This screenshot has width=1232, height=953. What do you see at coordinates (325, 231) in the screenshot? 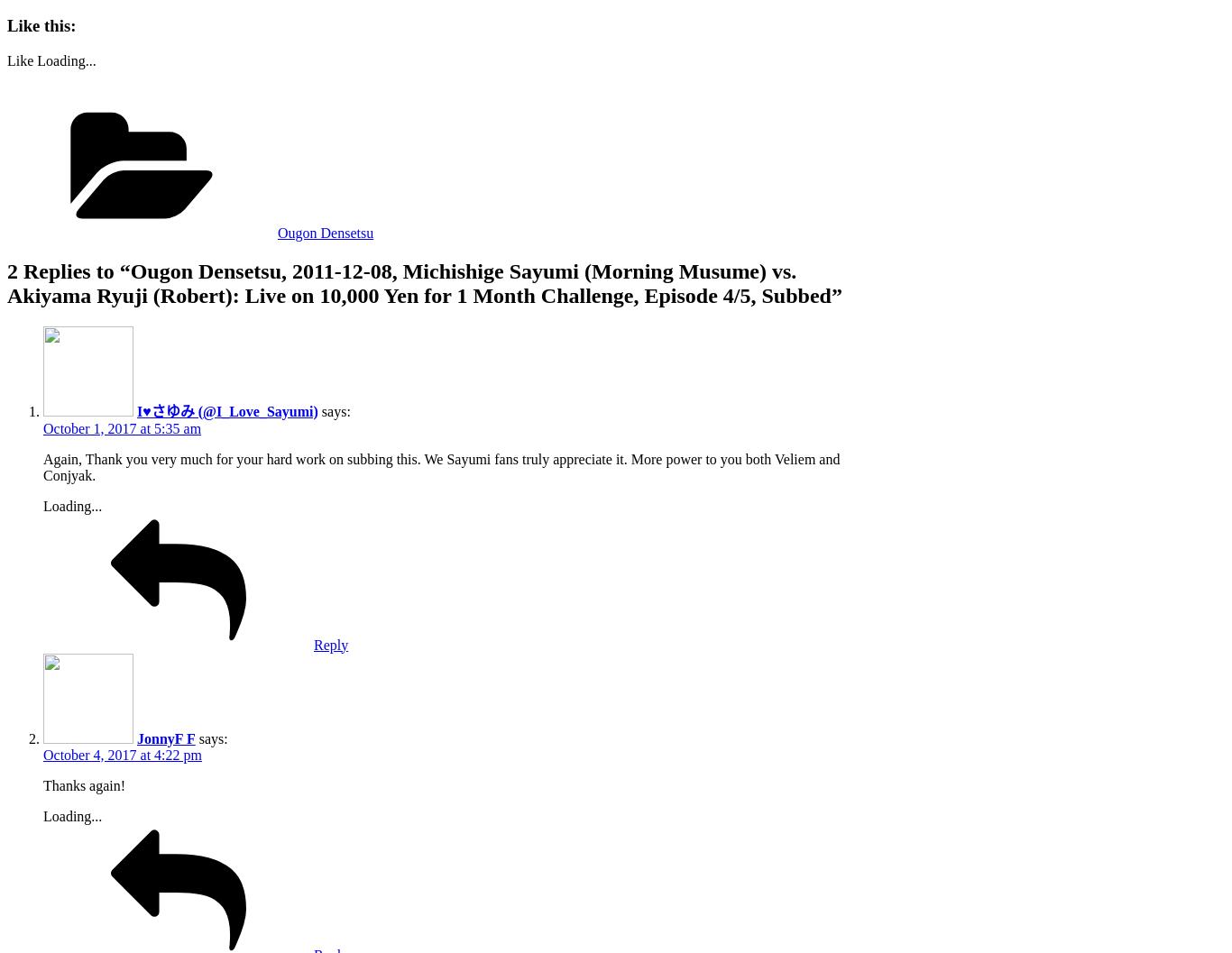
I see `'Ougon Densetsu'` at bounding box center [325, 231].